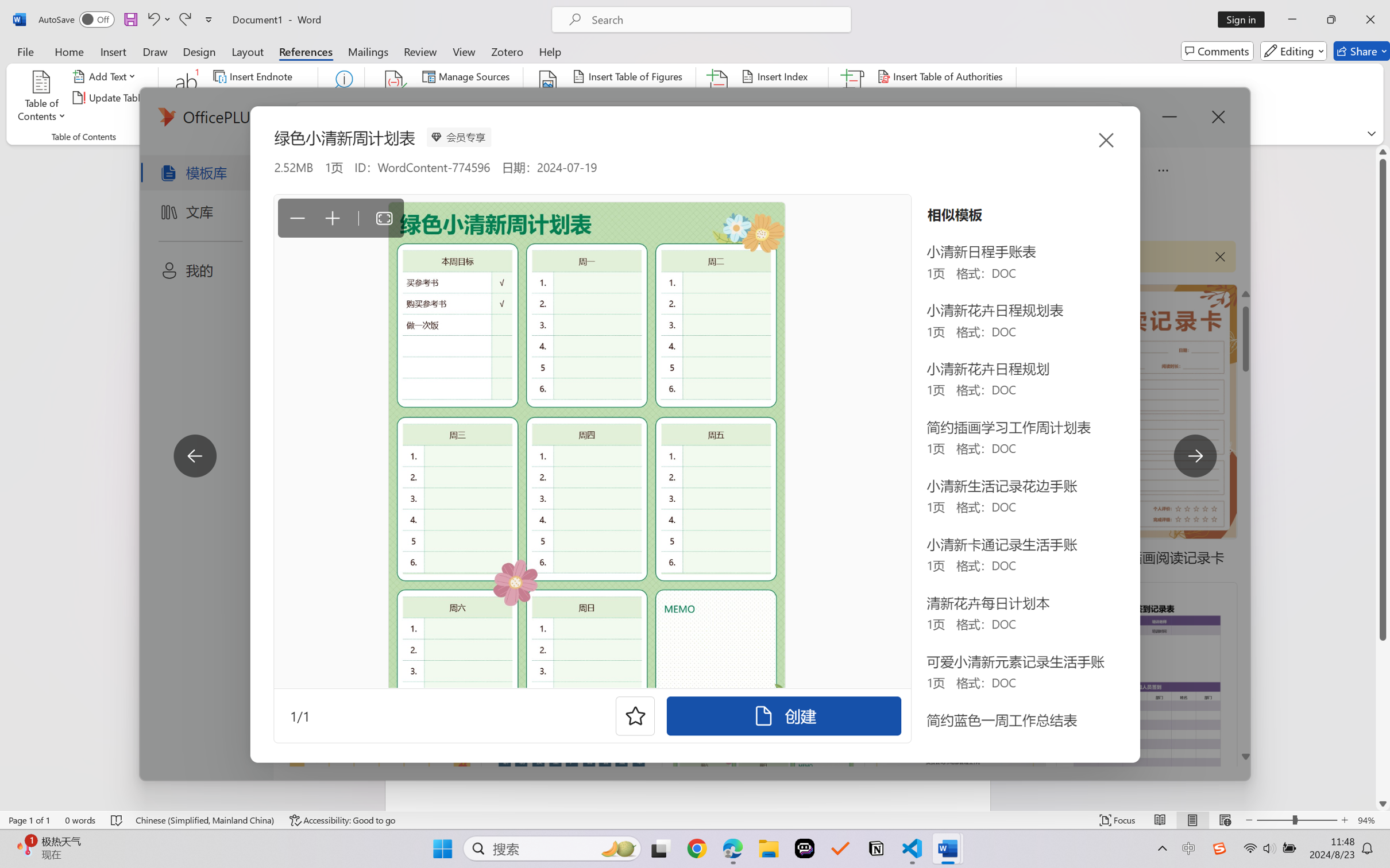  I want to click on 'Language Chinese (Simplified, Mainland China)', so click(204, 820).